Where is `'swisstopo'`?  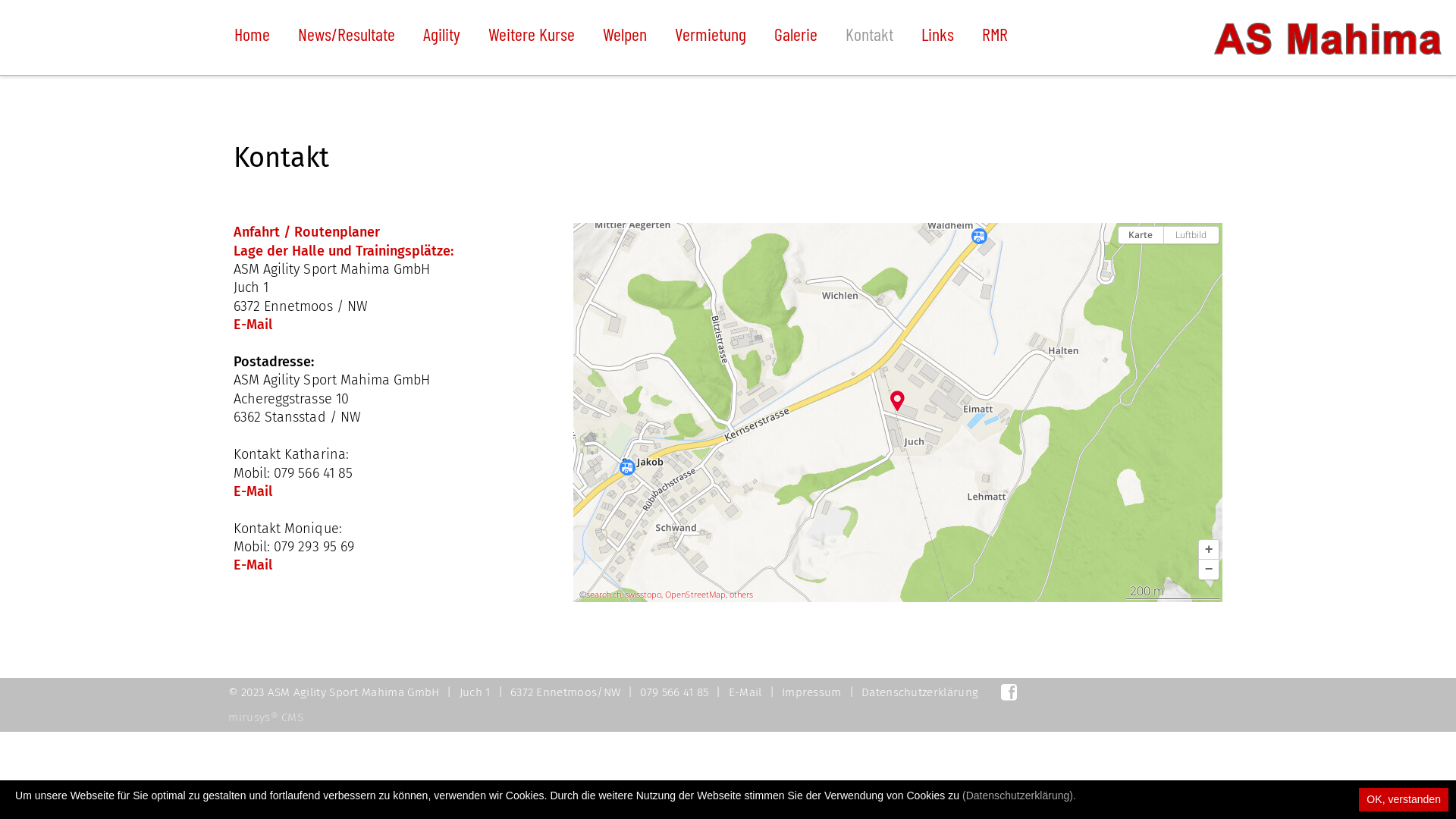 'swisstopo' is located at coordinates (643, 593).